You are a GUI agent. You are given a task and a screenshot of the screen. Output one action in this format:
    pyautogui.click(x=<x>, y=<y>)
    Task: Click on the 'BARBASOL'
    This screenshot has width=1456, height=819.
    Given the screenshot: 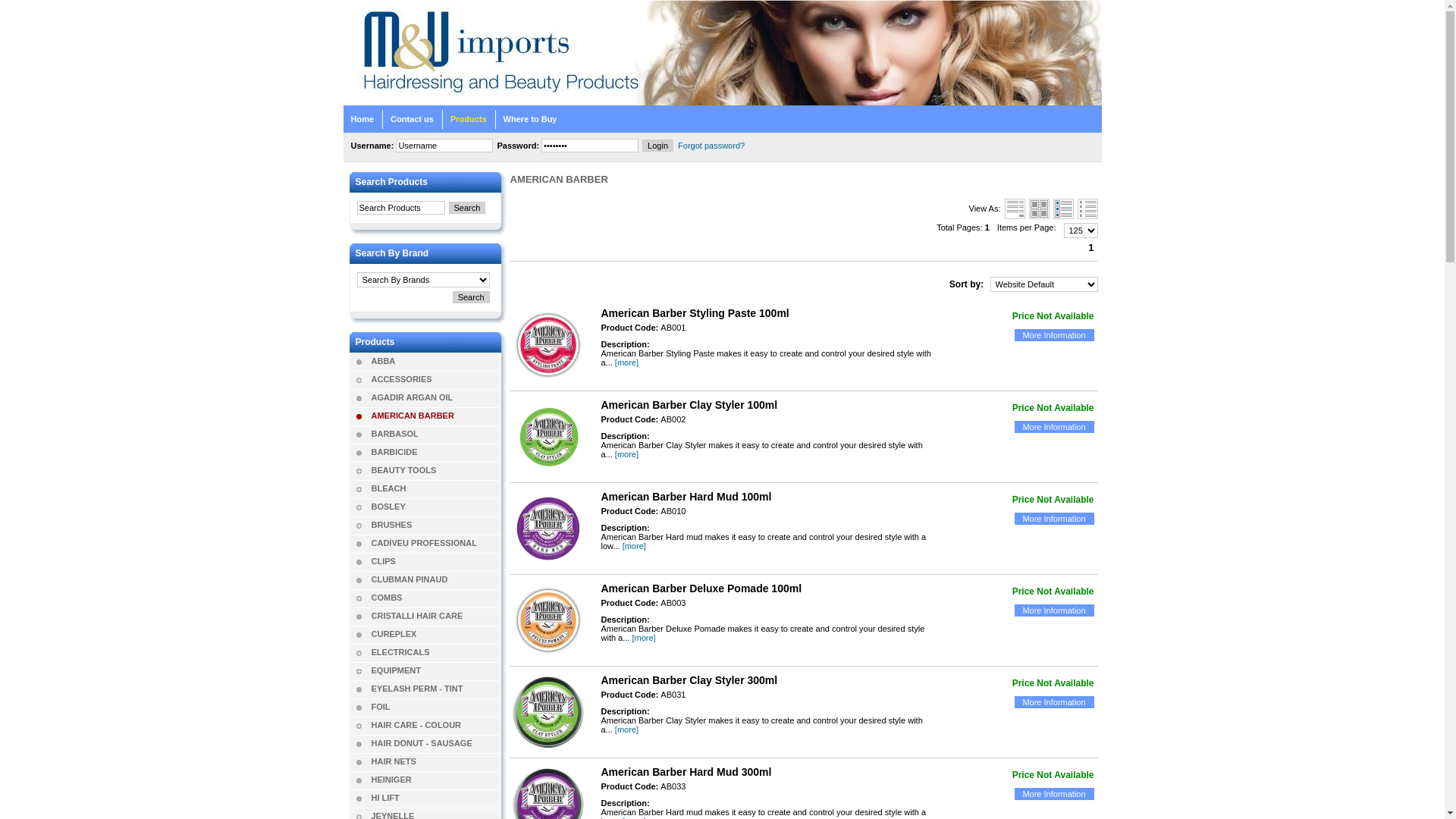 What is the action you would take?
    pyautogui.click(x=435, y=433)
    